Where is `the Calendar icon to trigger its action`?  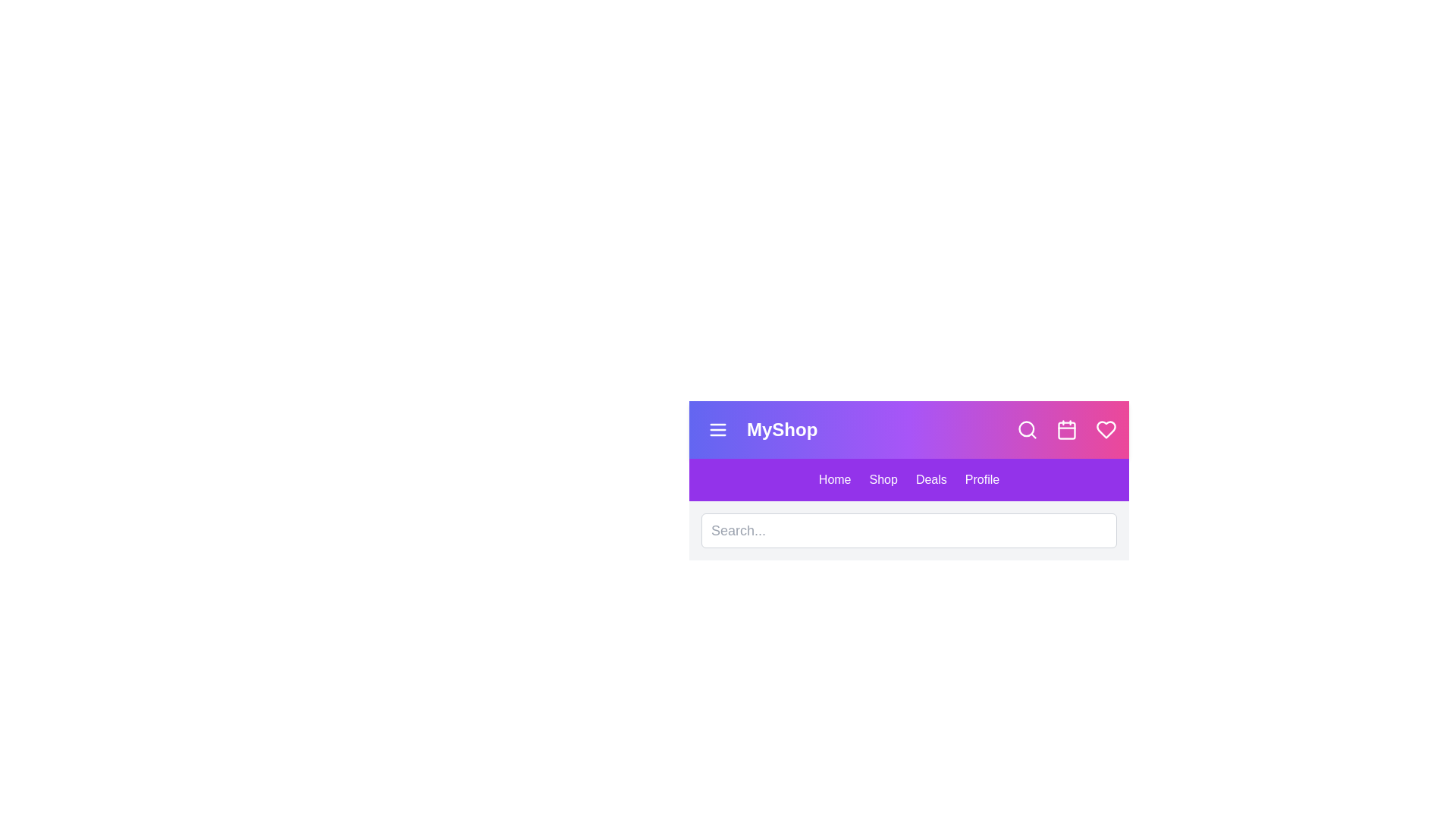
the Calendar icon to trigger its action is located at coordinates (1065, 430).